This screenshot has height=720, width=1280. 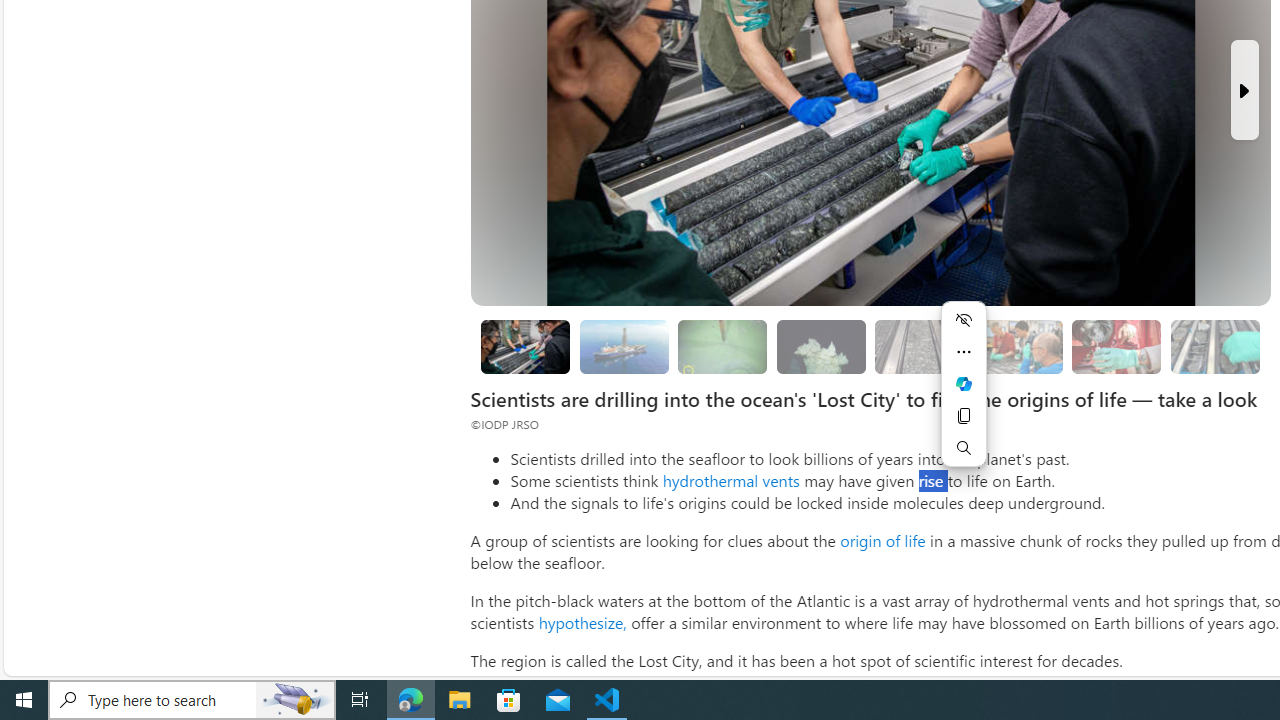 I want to click on 'Hide menu', so click(x=963, y=319).